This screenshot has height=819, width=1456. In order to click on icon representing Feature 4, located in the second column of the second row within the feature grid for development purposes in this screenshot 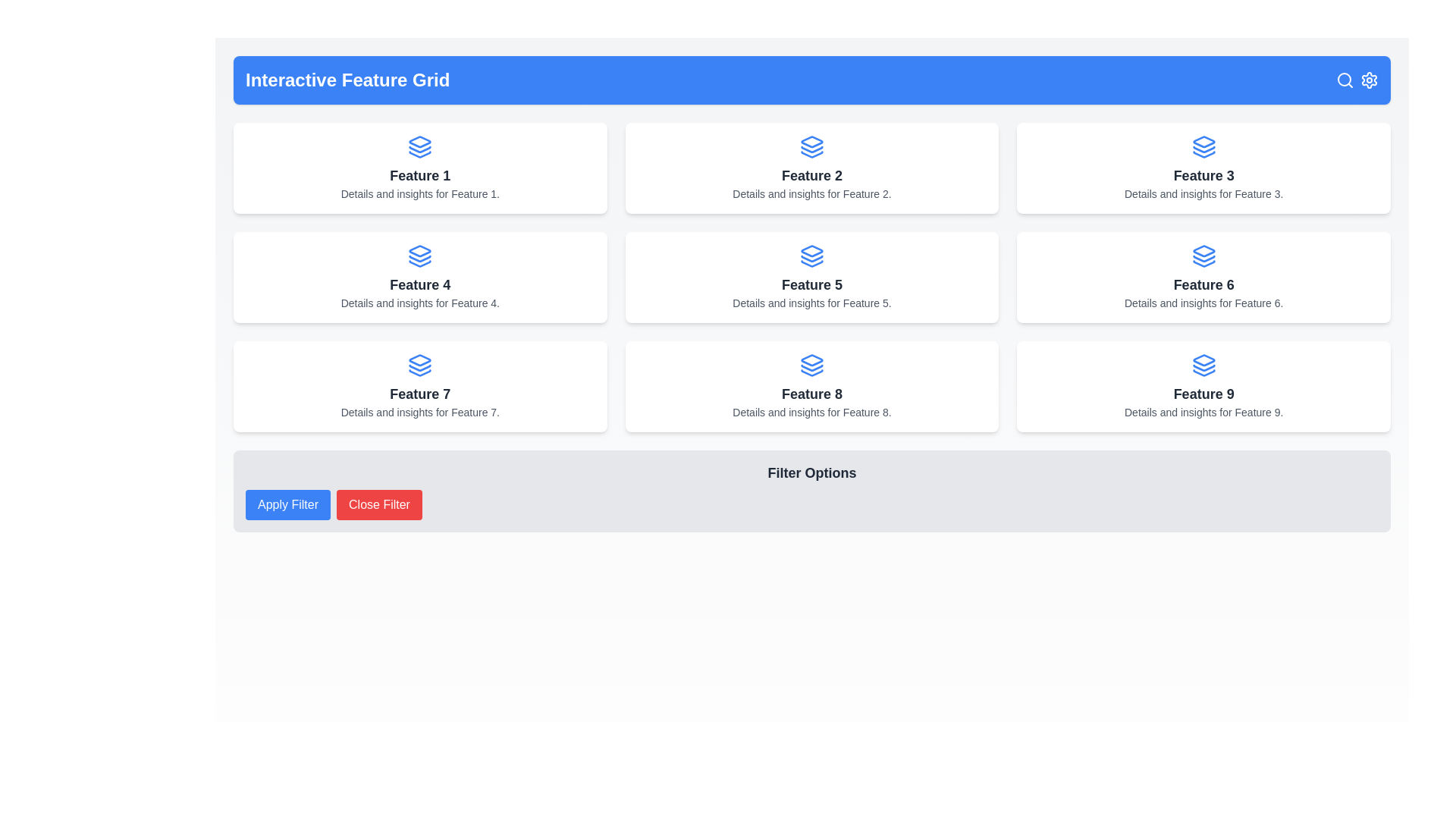, I will do `click(420, 250)`.